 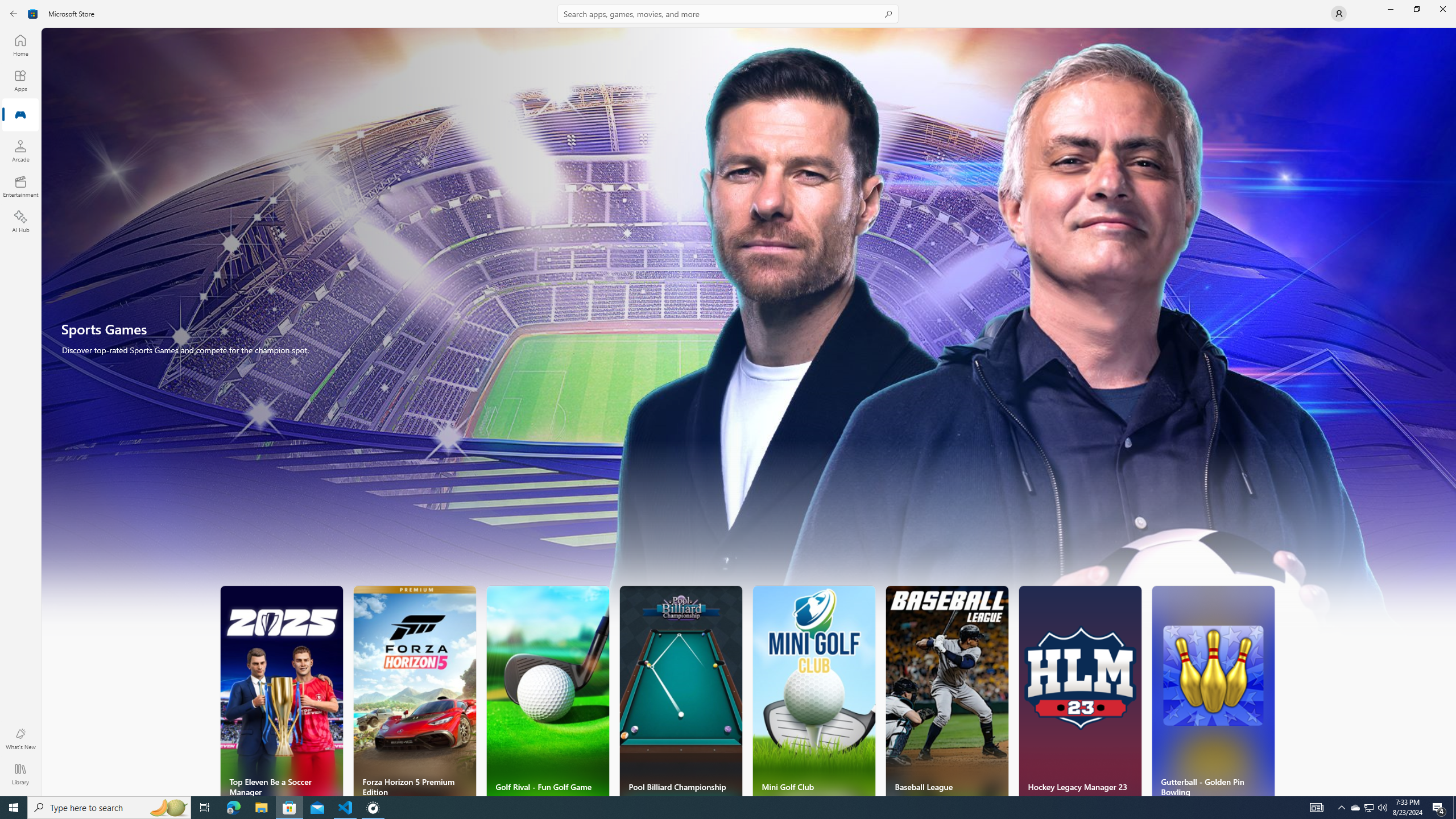 I want to click on 'AutomationID: HeroOverlayImage', so click(x=748, y=337).